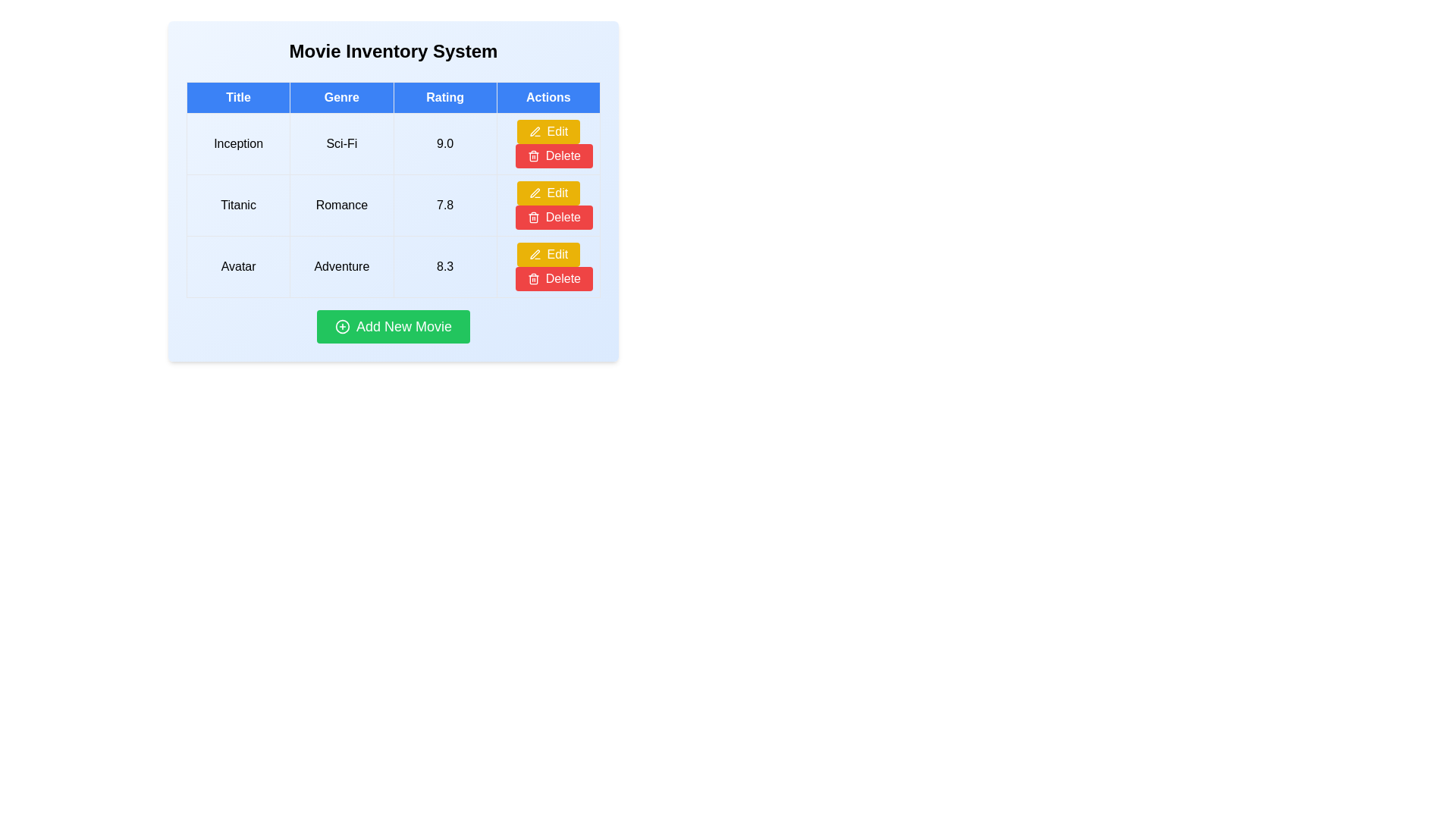 The height and width of the screenshot is (819, 1456). I want to click on the yellow 'Edit' button with white text, so click(548, 253).